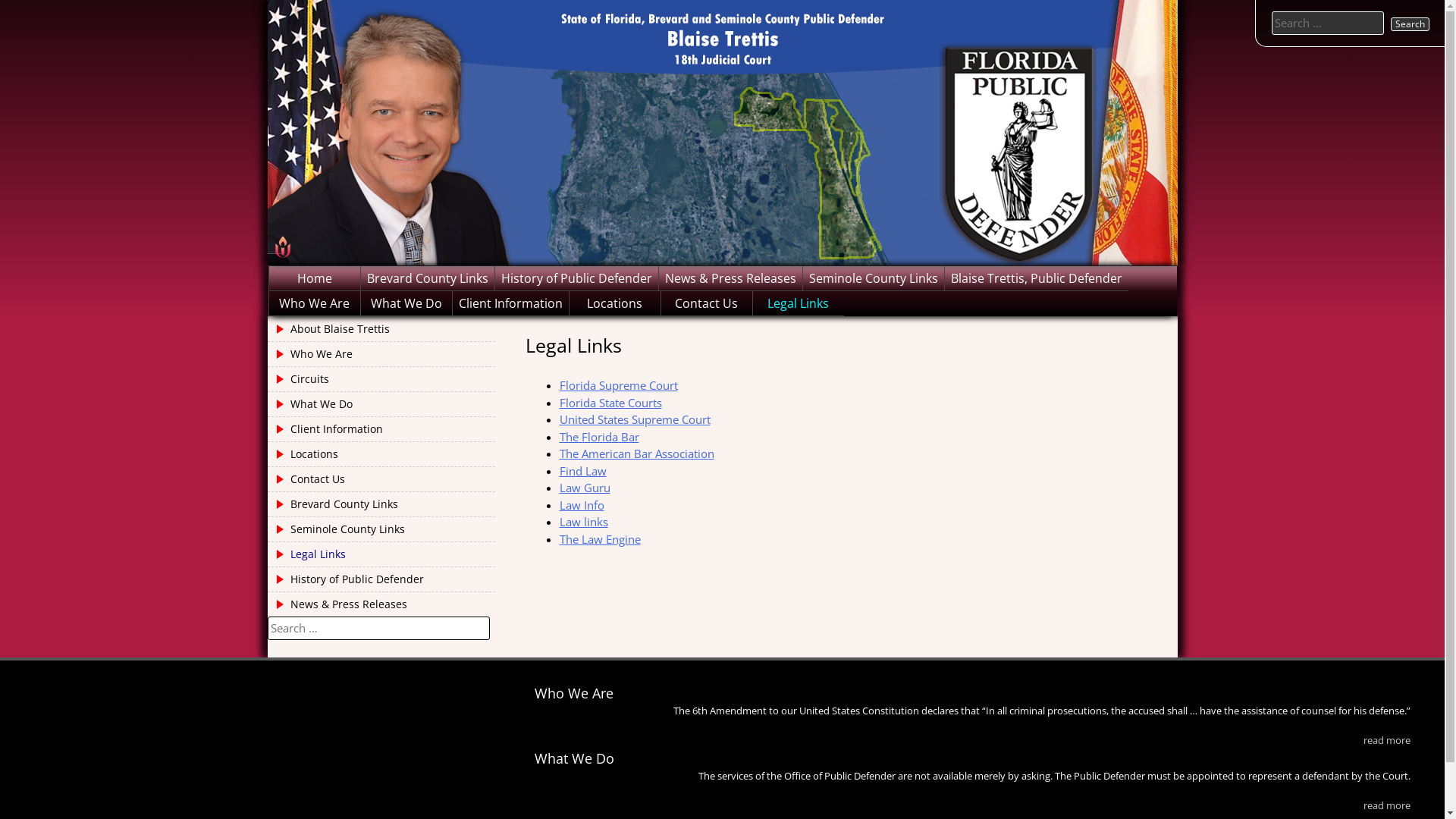 The image size is (1456, 819). Describe the element at coordinates (1409, 24) in the screenshot. I see `'Search'` at that location.